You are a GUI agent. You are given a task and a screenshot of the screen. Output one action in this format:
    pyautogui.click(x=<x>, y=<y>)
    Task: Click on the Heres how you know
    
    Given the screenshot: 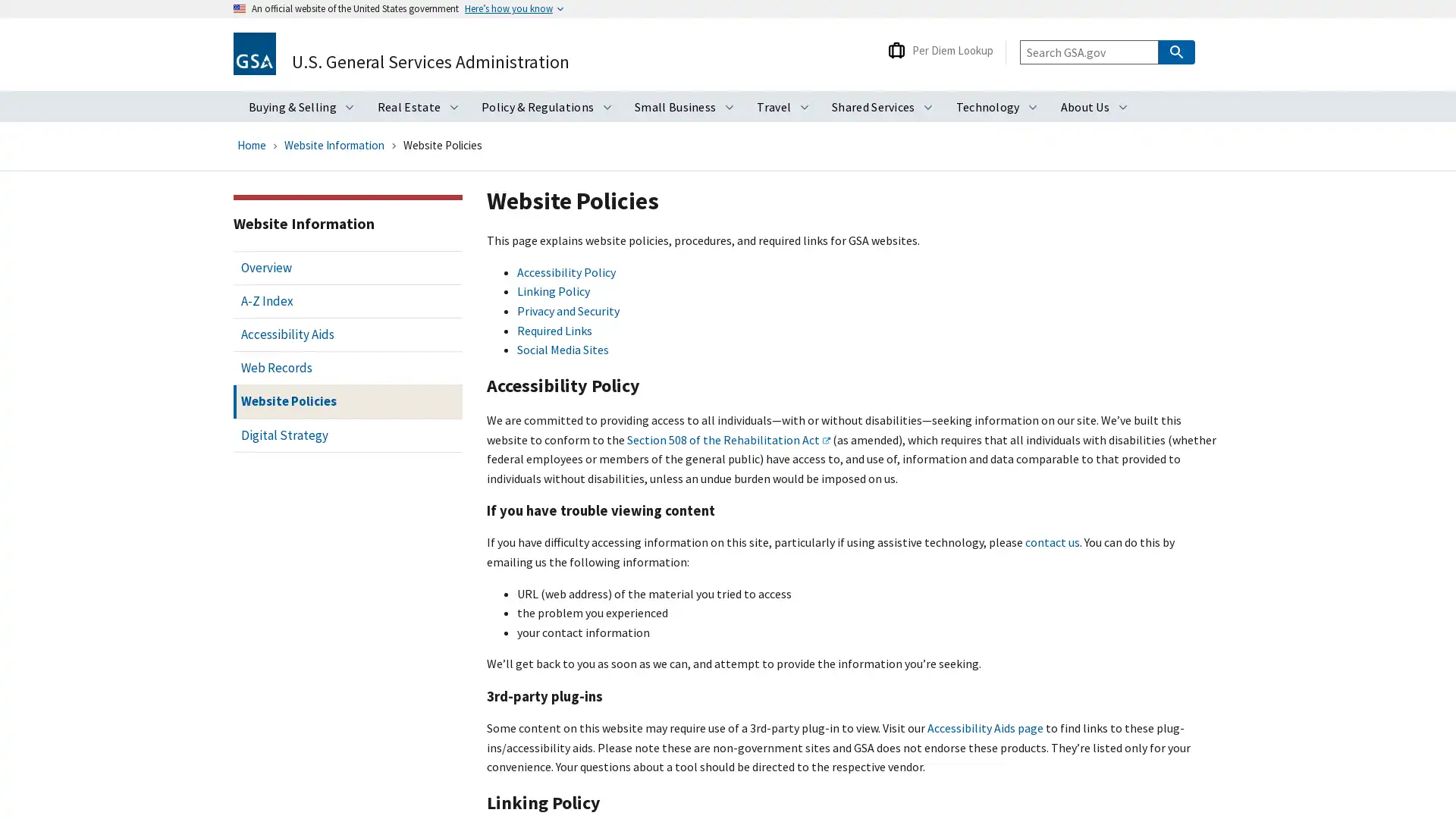 What is the action you would take?
    pyautogui.click(x=509, y=8)
    